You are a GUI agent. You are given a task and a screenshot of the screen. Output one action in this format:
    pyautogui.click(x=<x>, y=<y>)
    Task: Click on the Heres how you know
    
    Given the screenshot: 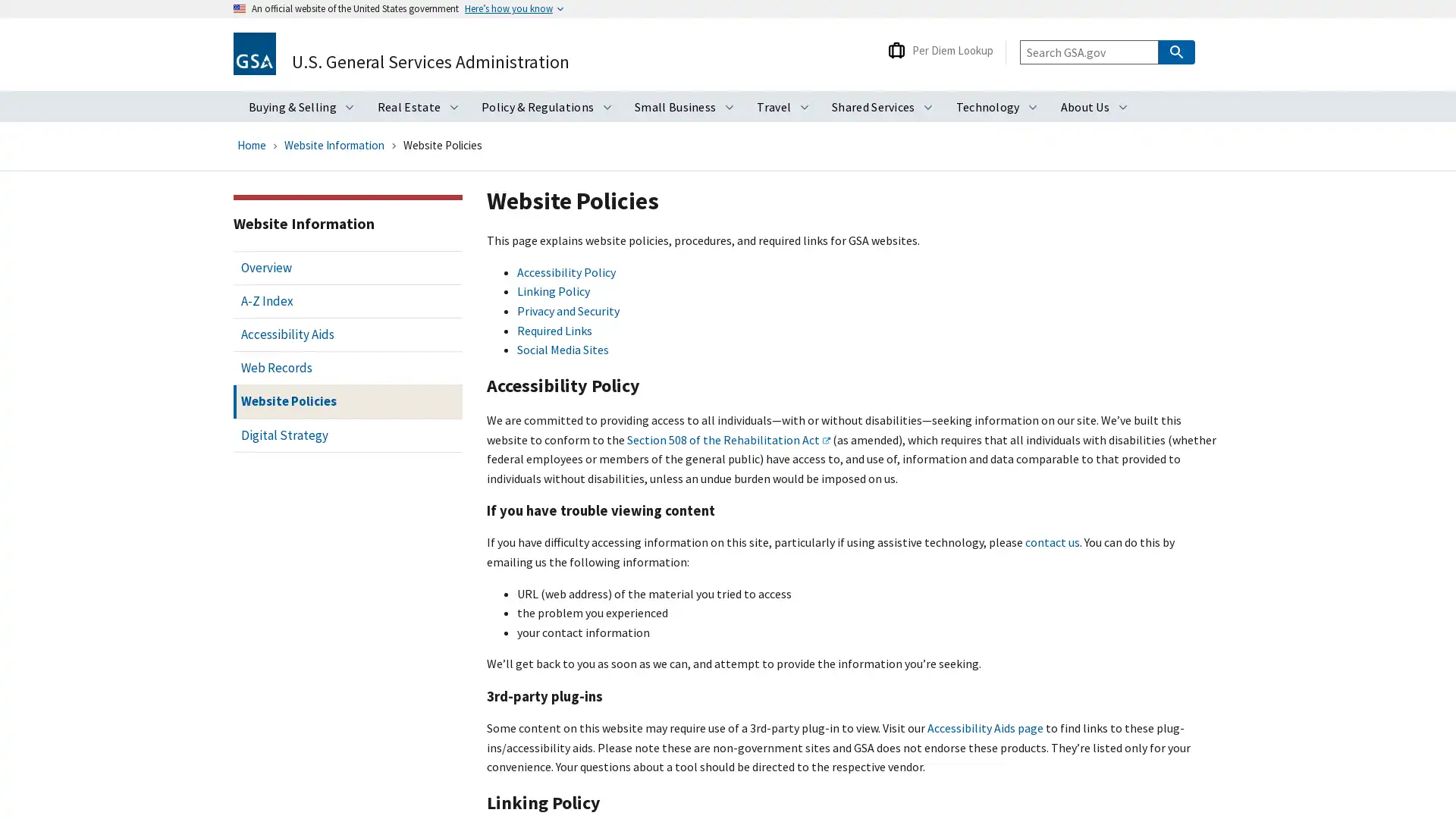 What is the action you would take?
    pyautogui.click(x=509, y=8)
    